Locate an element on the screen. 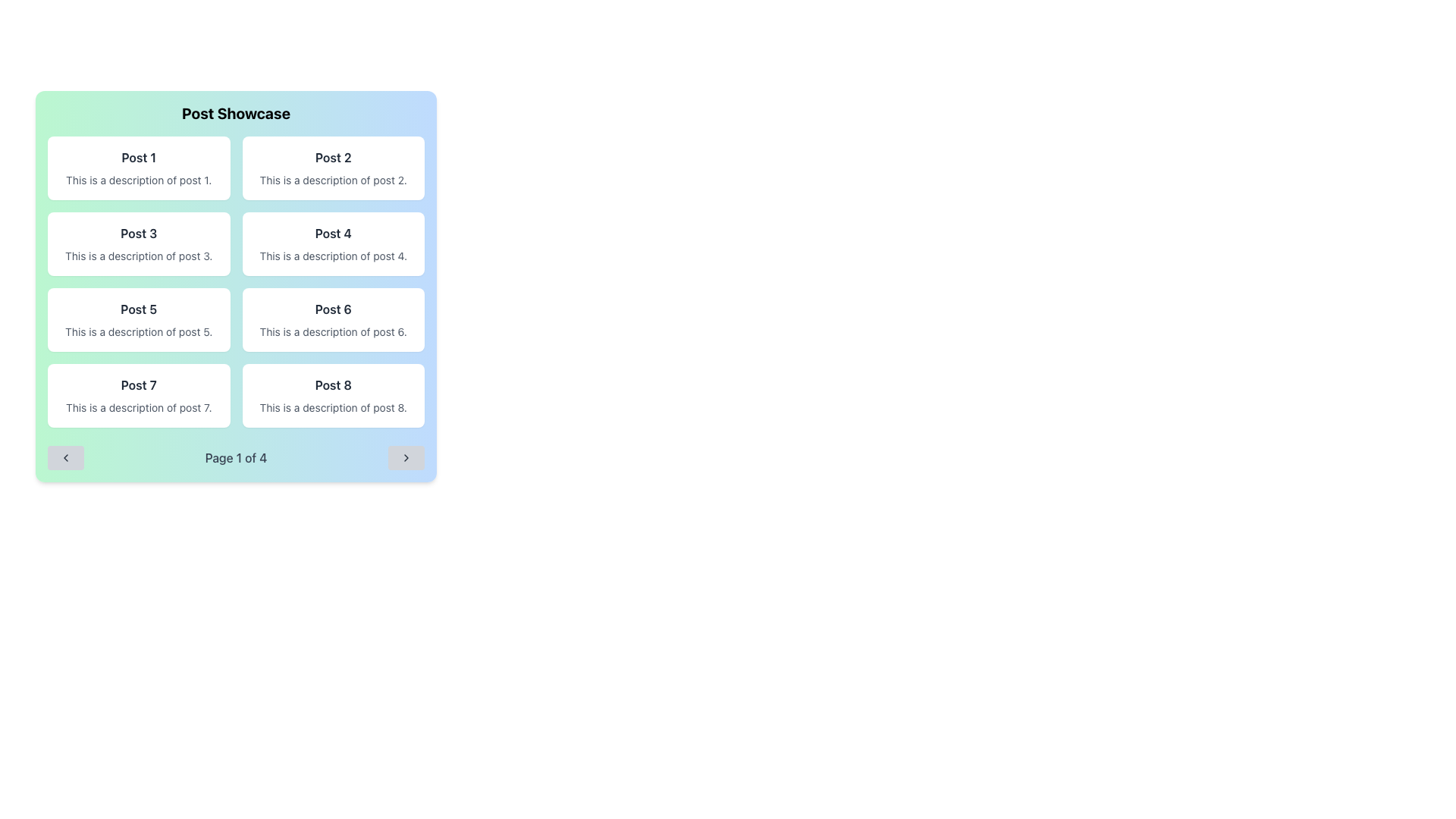 This screenshot has width=1456, height=819. the Card element that represents a single post, located in the first row and first column of the grid layout is located at coordinates (139, 168).